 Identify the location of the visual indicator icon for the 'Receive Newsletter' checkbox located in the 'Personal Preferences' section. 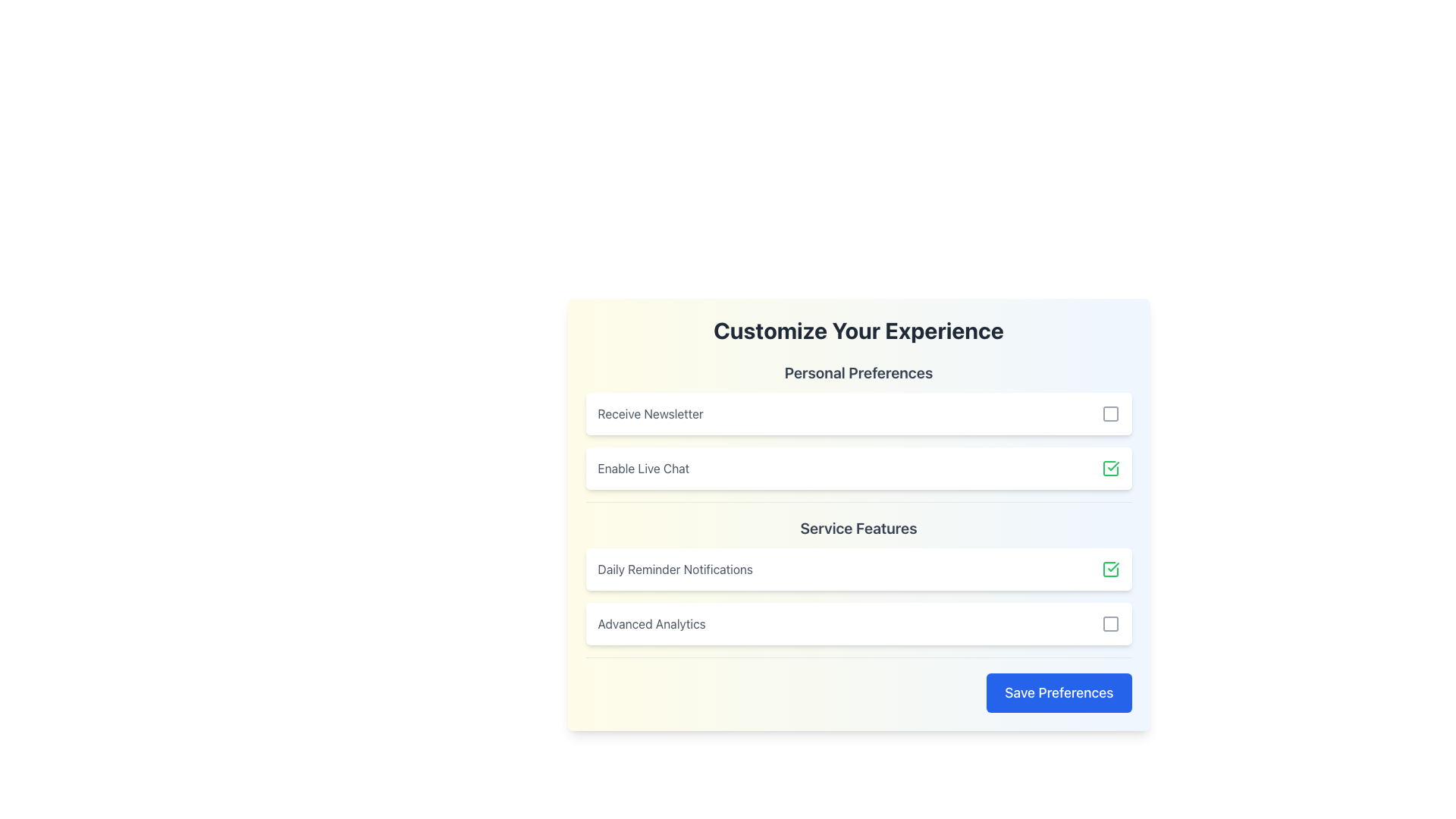
(1110, 414).